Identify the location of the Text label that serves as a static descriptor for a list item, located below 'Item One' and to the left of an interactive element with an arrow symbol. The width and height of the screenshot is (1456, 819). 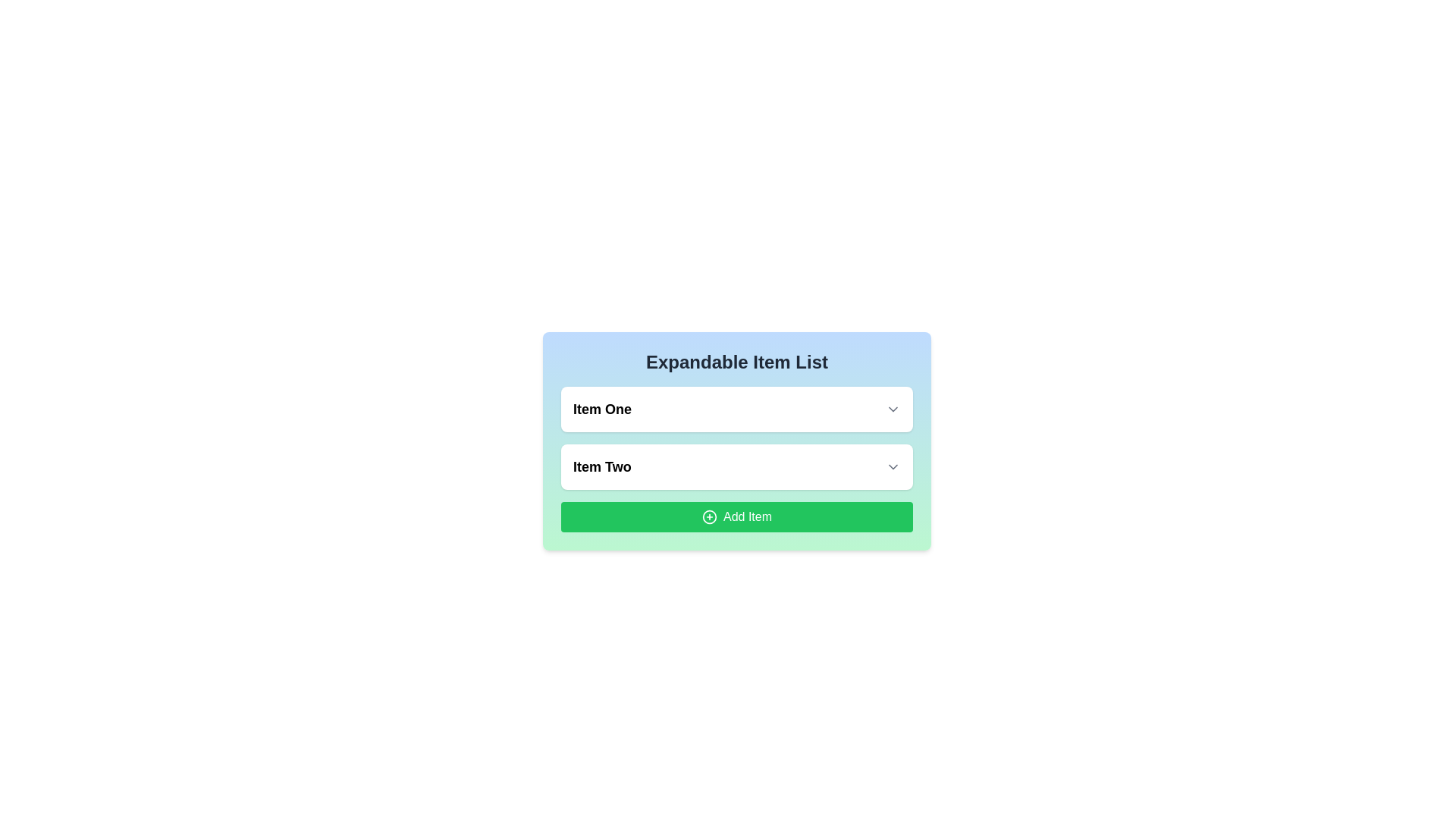
(601, 466).